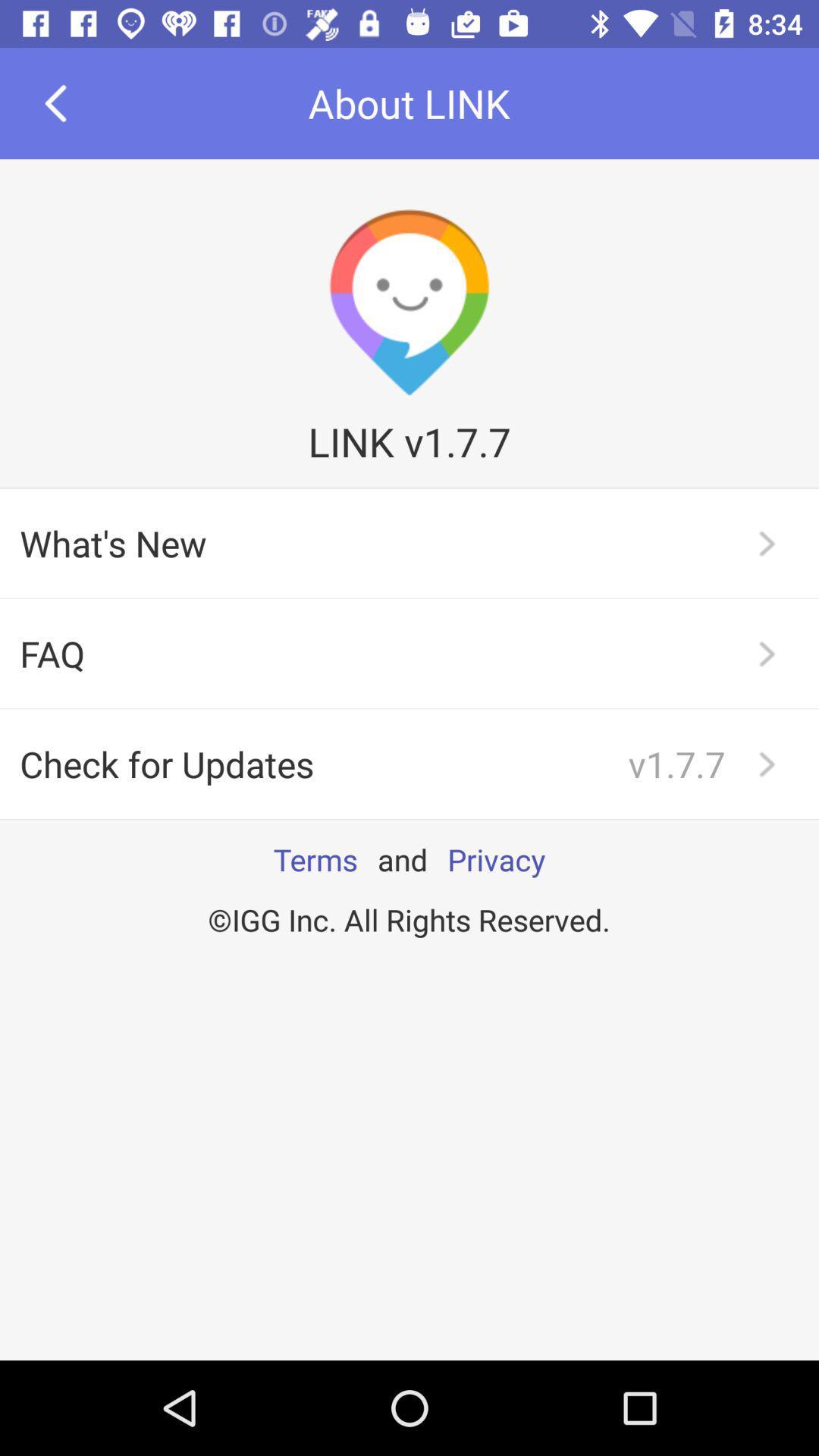 The image size is (819, 1456). Describe the element at coordinates (315, 859) in the screenshot. I see `item above the igg inc all` at that location.